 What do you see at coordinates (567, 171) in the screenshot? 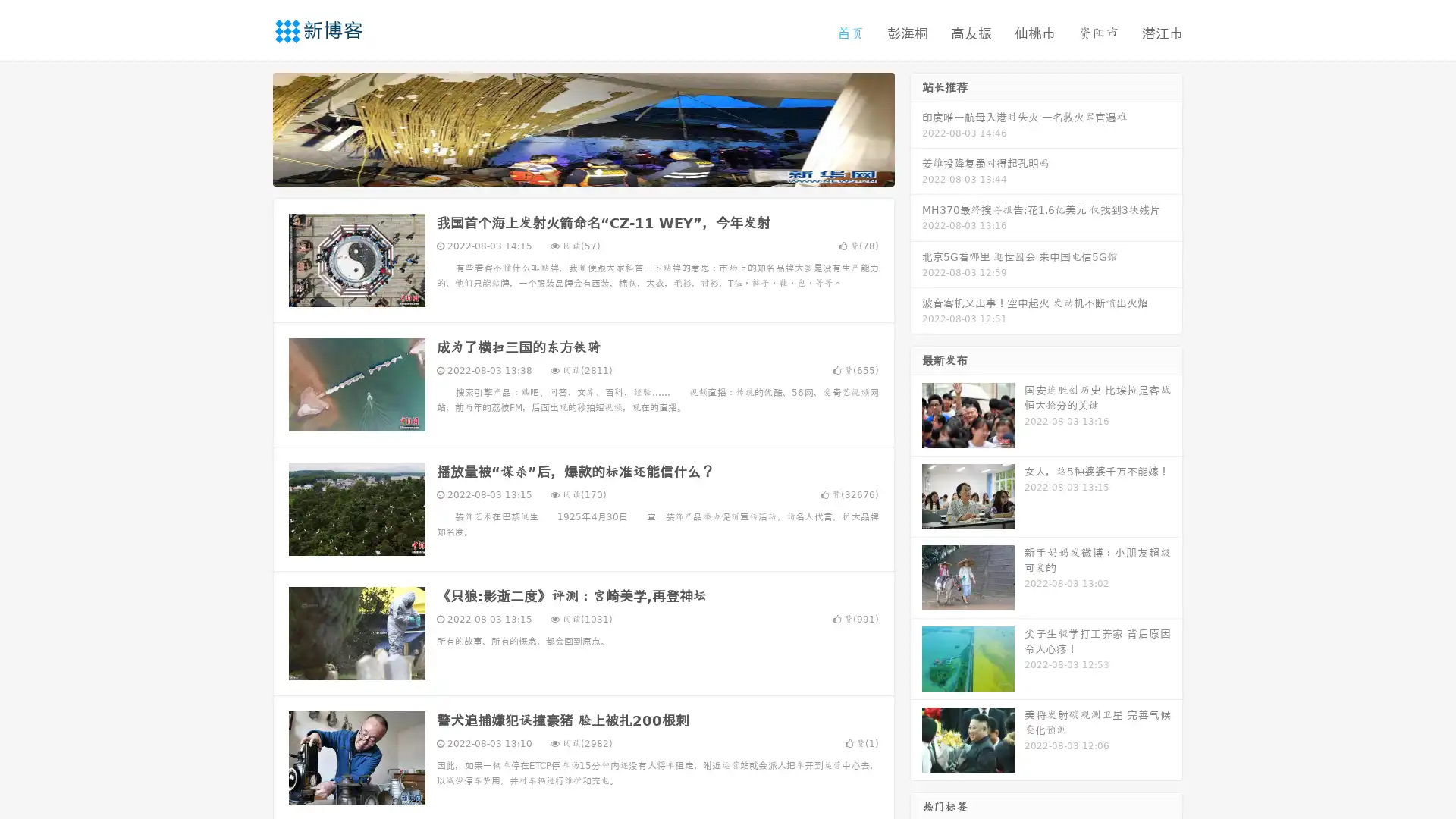
I see `Go to slide 1` at bounding box center [567, 171].